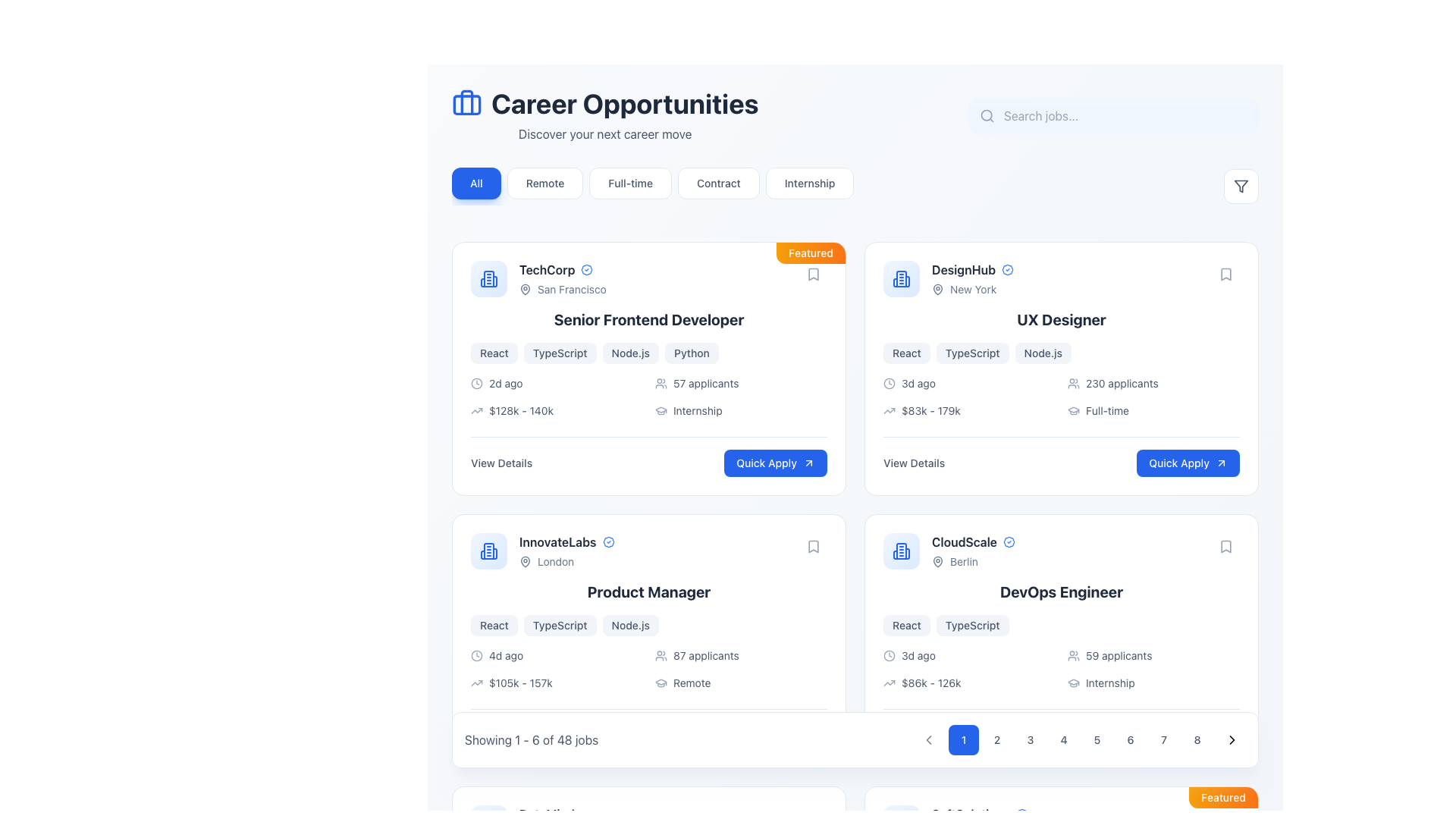 The image size is (1456, 819). What do you see at coordinates (949, 551) in the screenshot?
I see `the informational block for the job listing of 'CloudScale' located in Berlin, which includes a building icon, company name with a checkmark, and location details` at bounding box center [949, 551].